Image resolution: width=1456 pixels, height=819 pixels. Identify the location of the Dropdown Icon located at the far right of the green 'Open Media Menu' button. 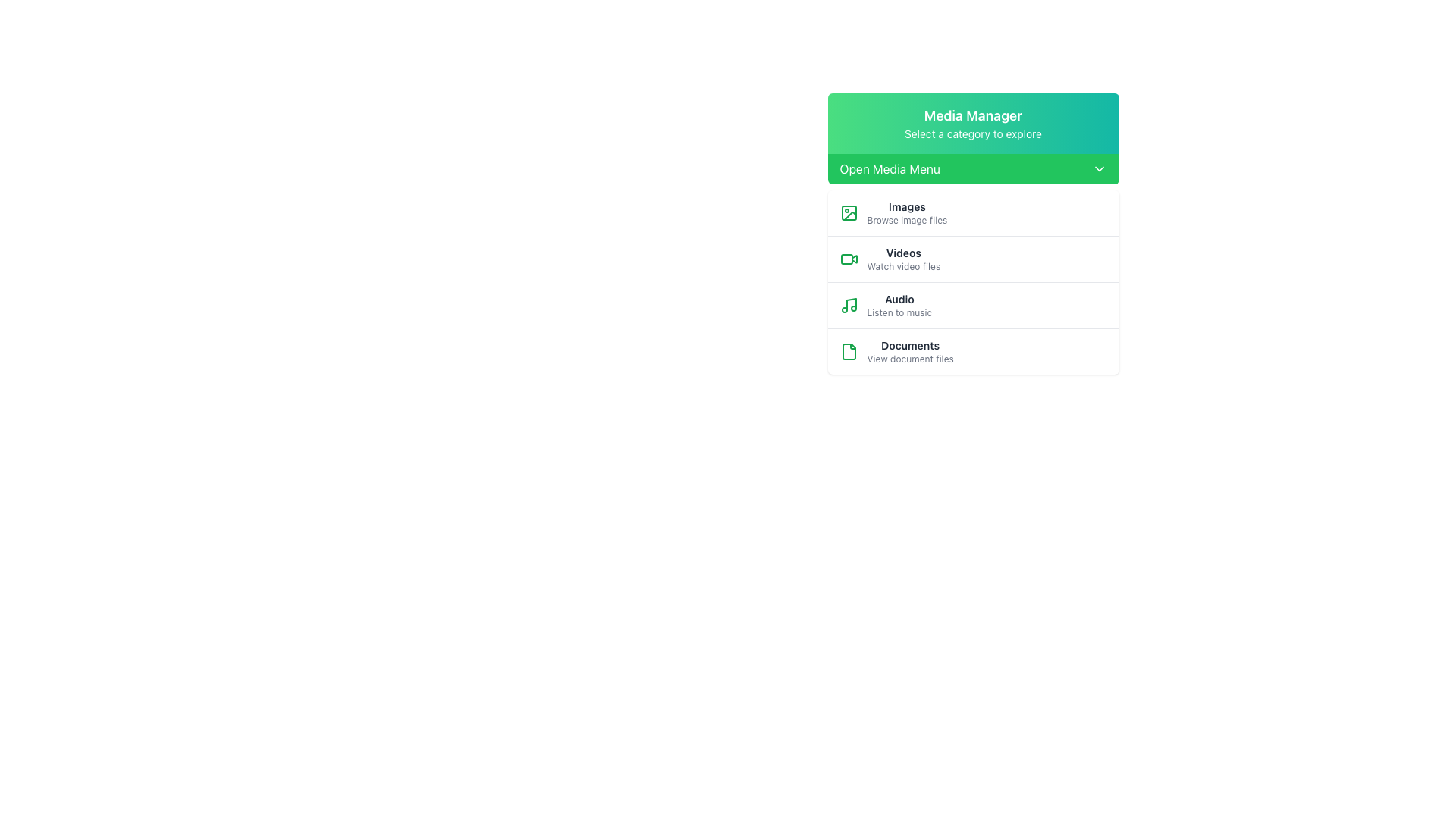
(1099, 169).